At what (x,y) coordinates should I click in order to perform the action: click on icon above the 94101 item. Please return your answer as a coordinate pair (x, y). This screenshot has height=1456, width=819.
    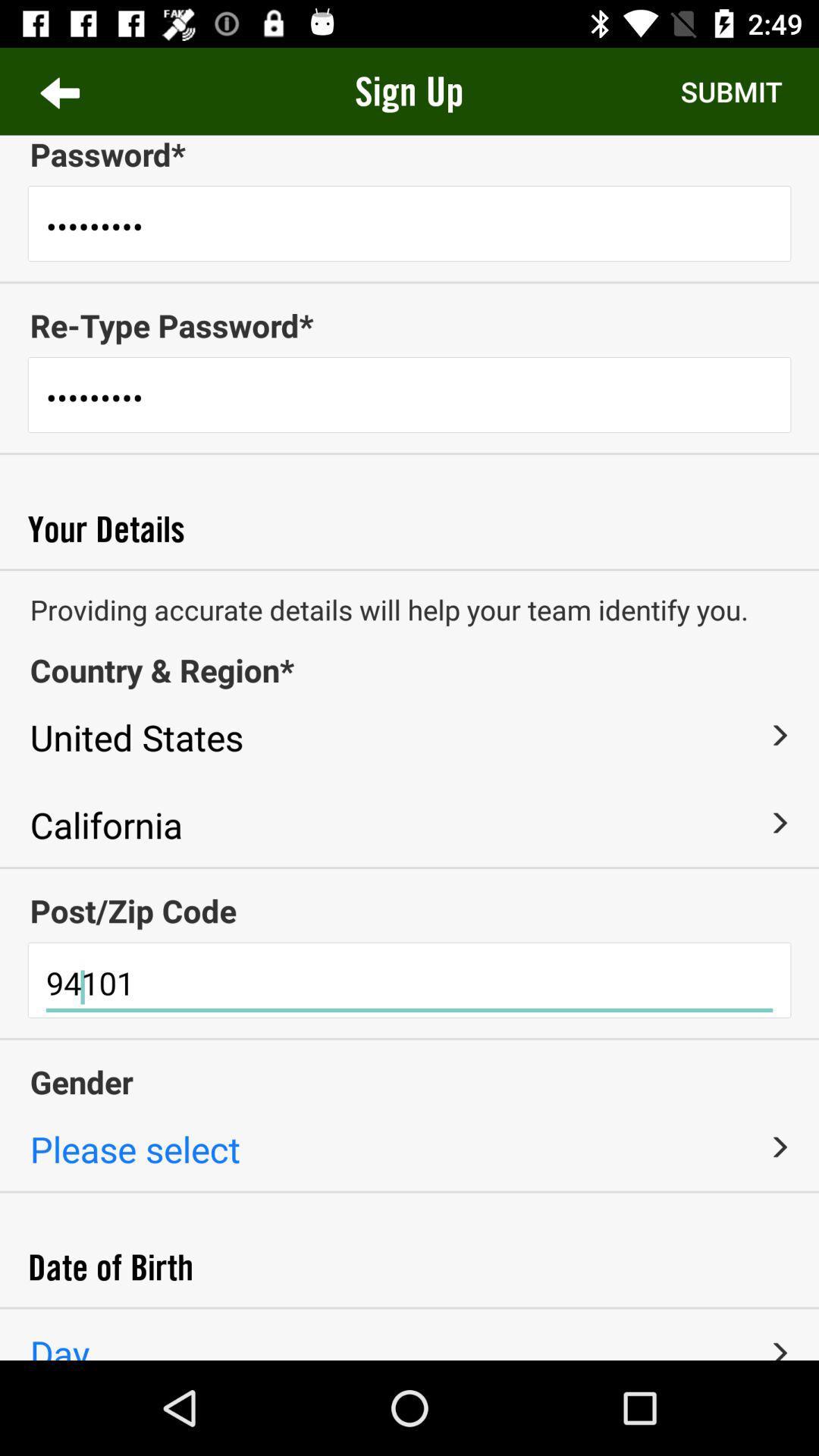
    Looking at the image, I should click on (409, 910).